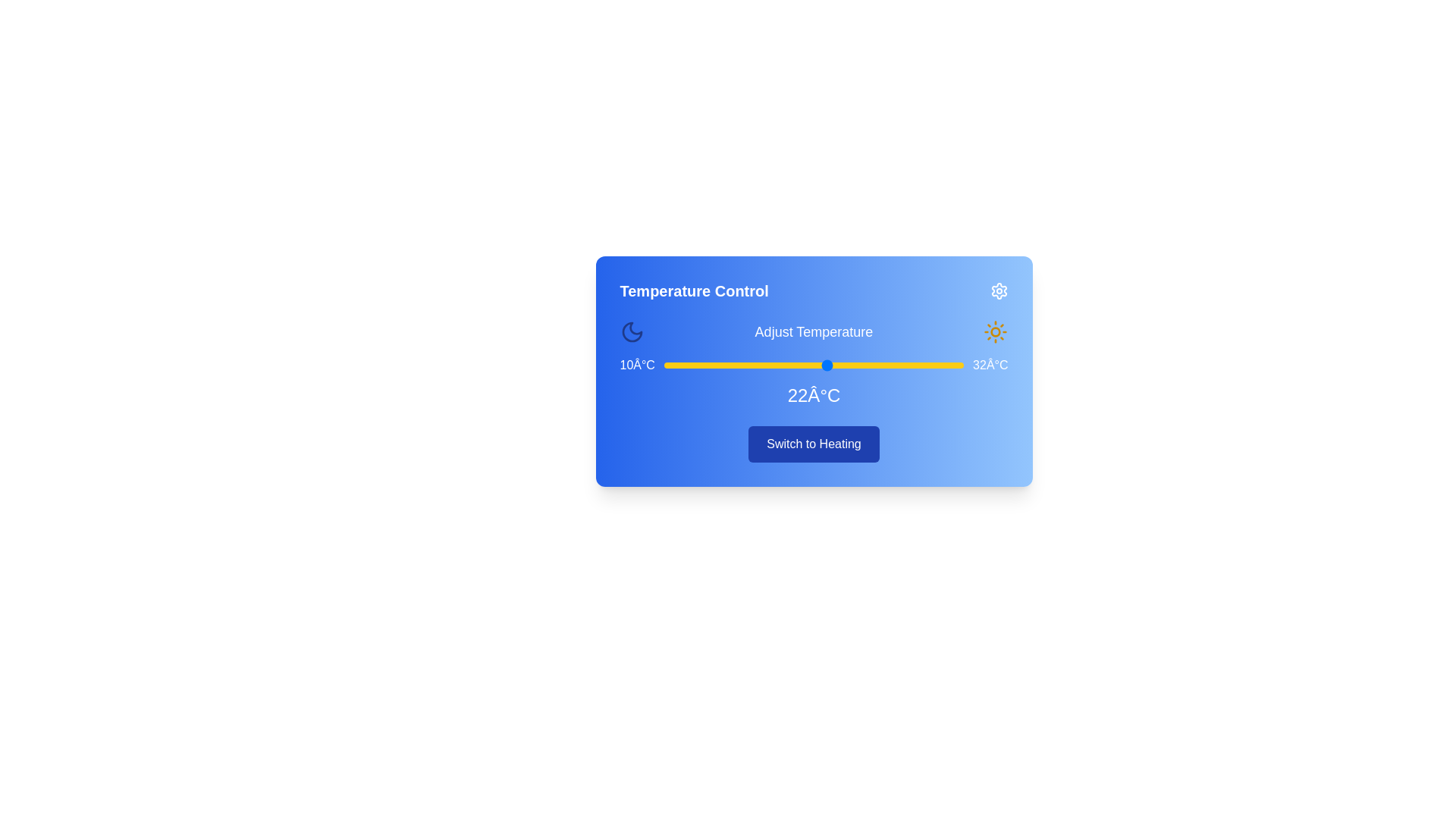 The image size is (1456, 819). I want to click on the 'Settings' icon to access additional options, so click(999, 291).